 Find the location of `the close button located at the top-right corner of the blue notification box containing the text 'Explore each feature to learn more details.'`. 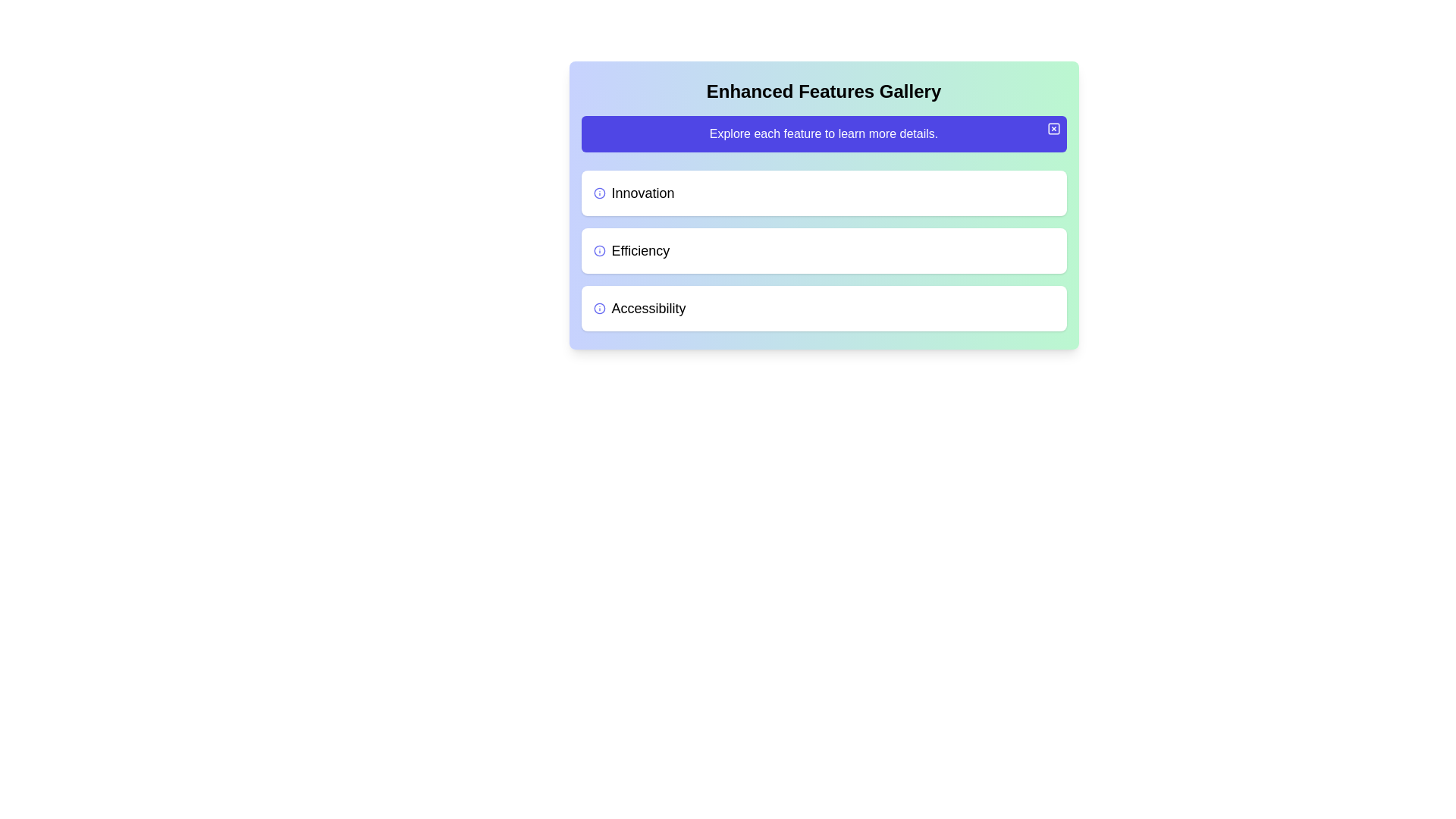

the close button located at the top-right corner of the blue notification box containing the text 'Explore each feature to learn more details.' is located at coordinates (1053, 127).